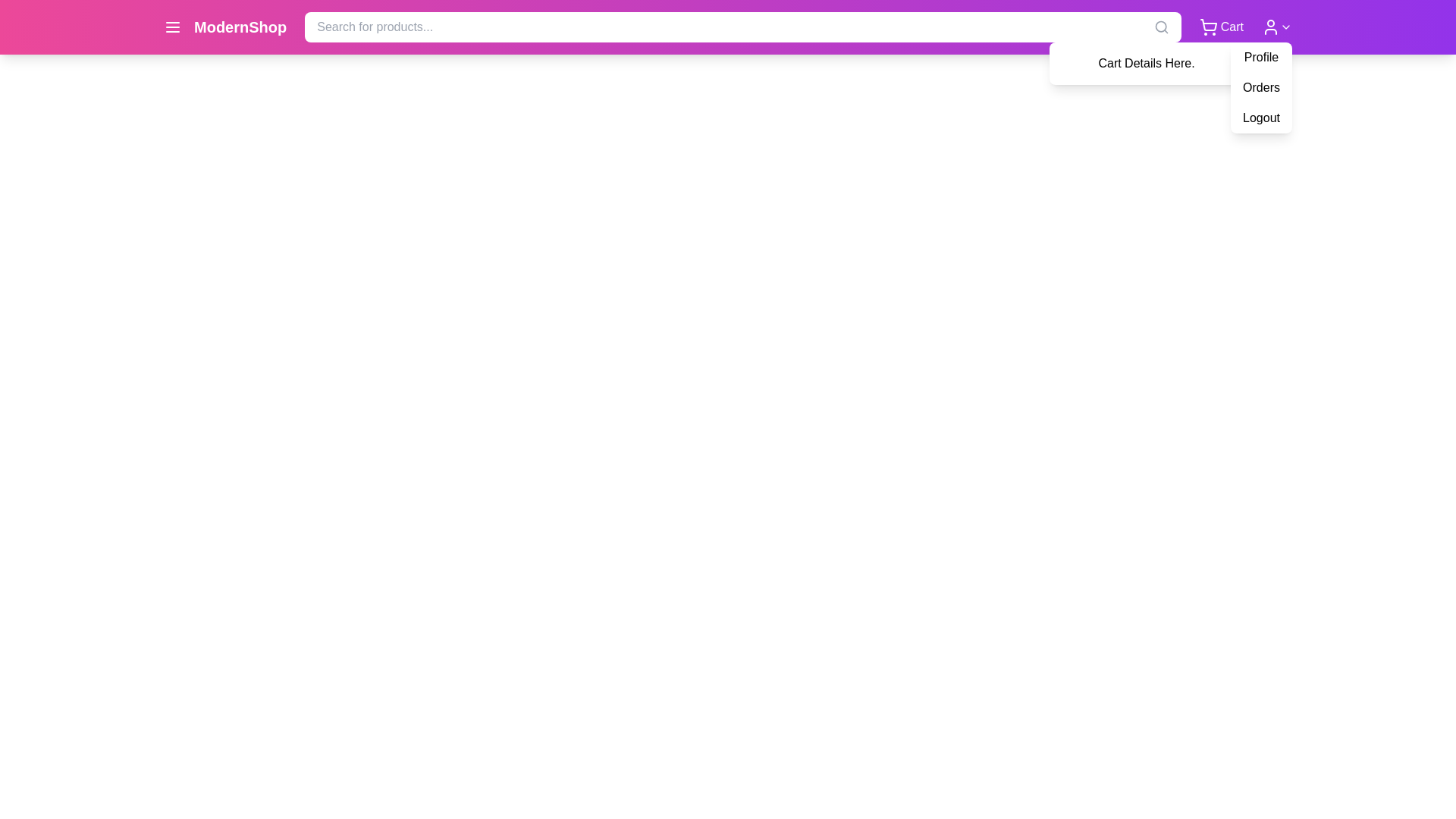 The height and width of the screenshot is (819, 1456). What do you see at coordinates (240, 27) in the screenshot?
I see `the branding label located to the right of the menu icon` at bounding box center [240, 27].